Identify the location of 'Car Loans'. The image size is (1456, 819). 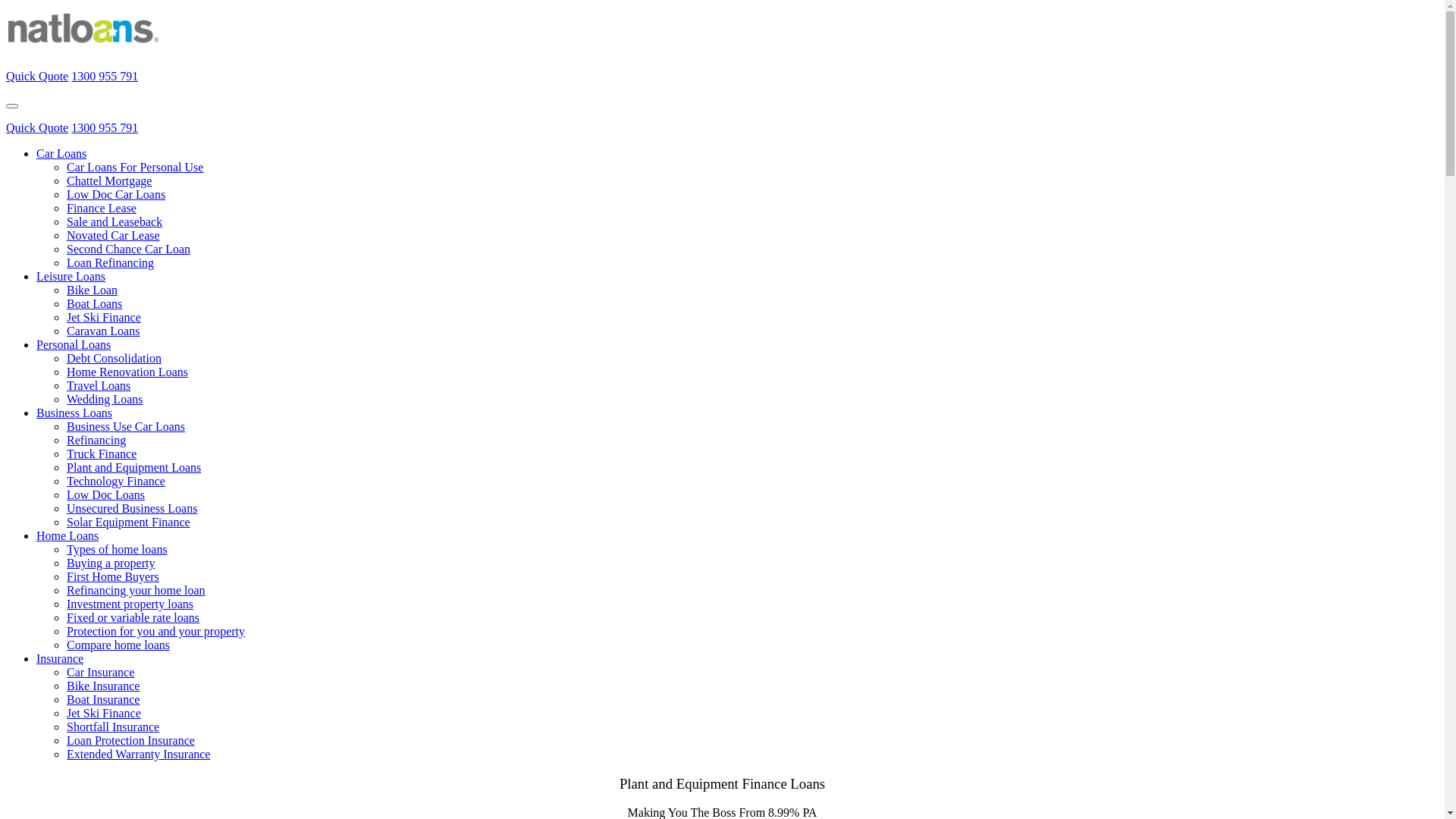
(61, 153).